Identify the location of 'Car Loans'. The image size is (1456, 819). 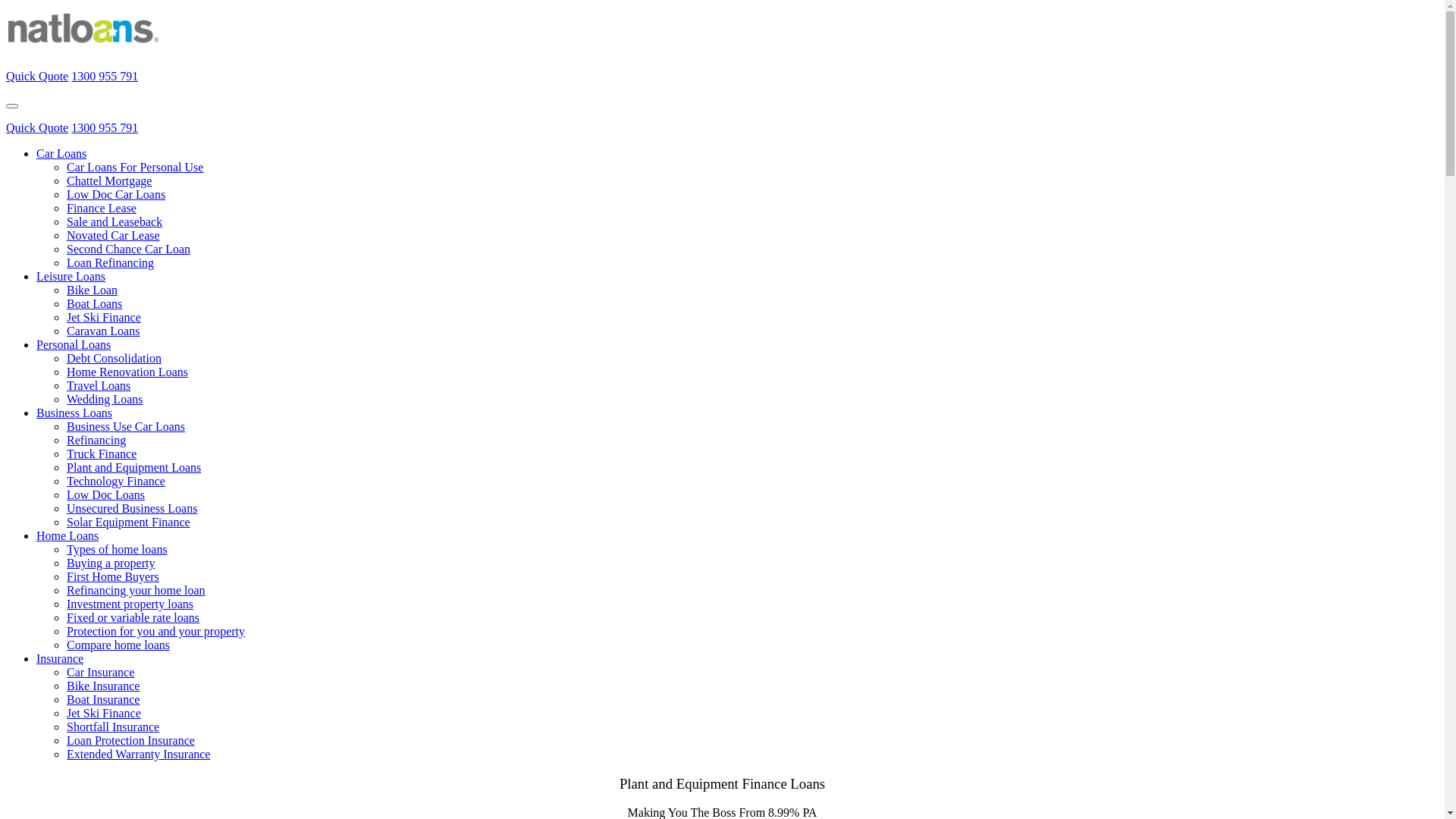
(61, 153).